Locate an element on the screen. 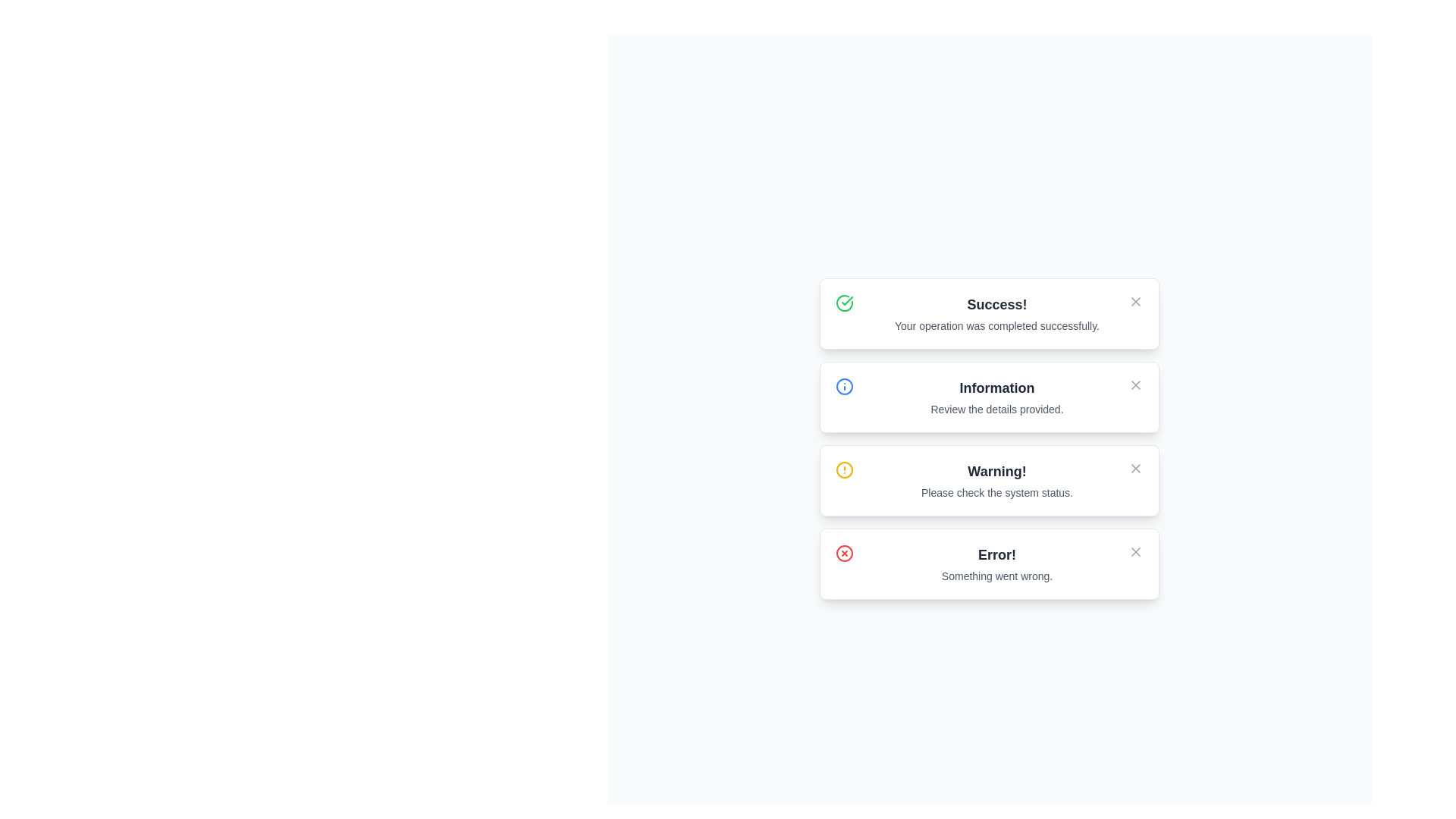 The image size is (1456, 819). the small cross icon button at the top-right corner of the 'Success! Your operation was completed successfully.' notification card is located at coordinates (1135, 301).